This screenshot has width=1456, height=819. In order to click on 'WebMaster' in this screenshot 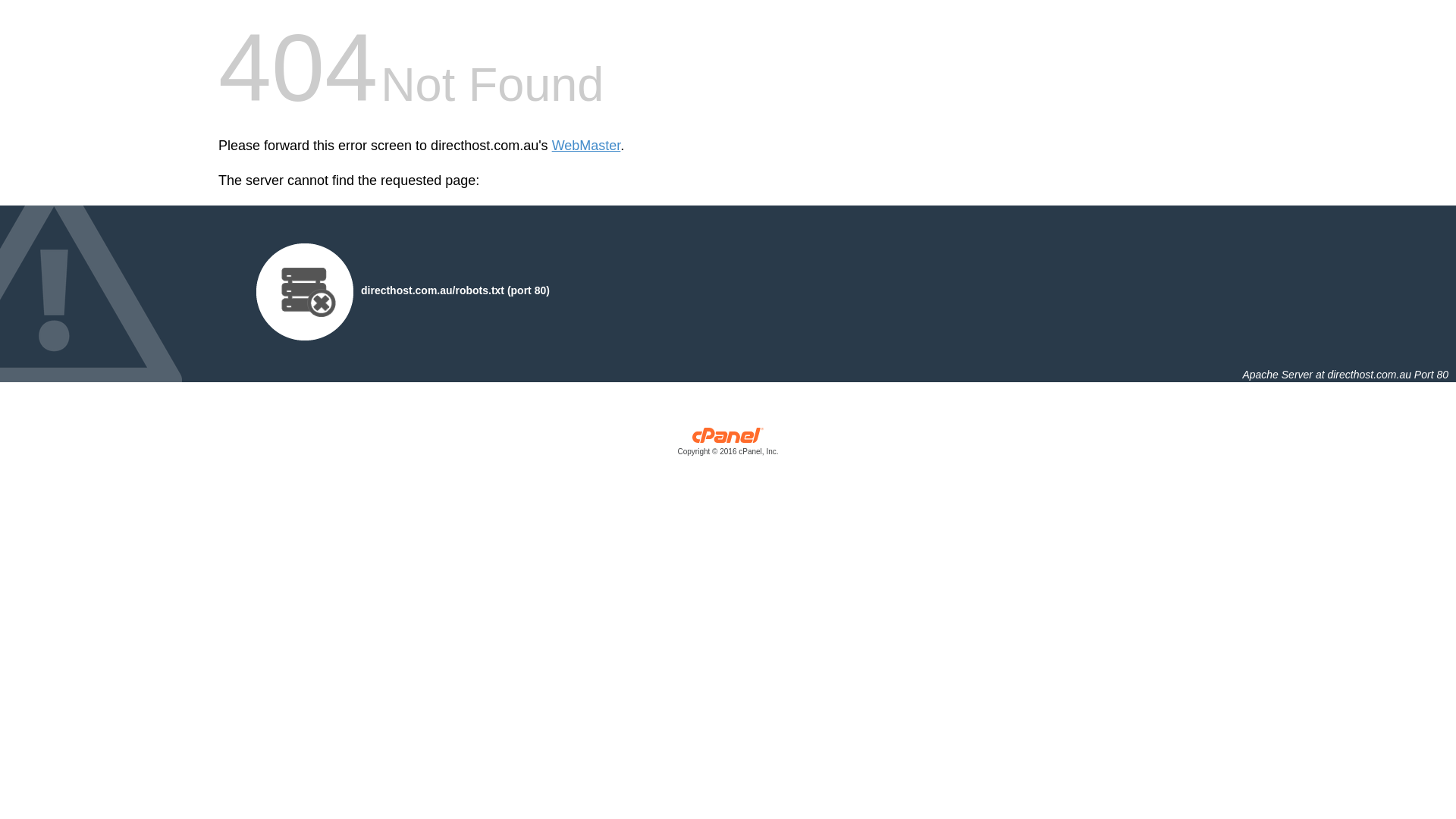, I will do `click(585, 146)`.